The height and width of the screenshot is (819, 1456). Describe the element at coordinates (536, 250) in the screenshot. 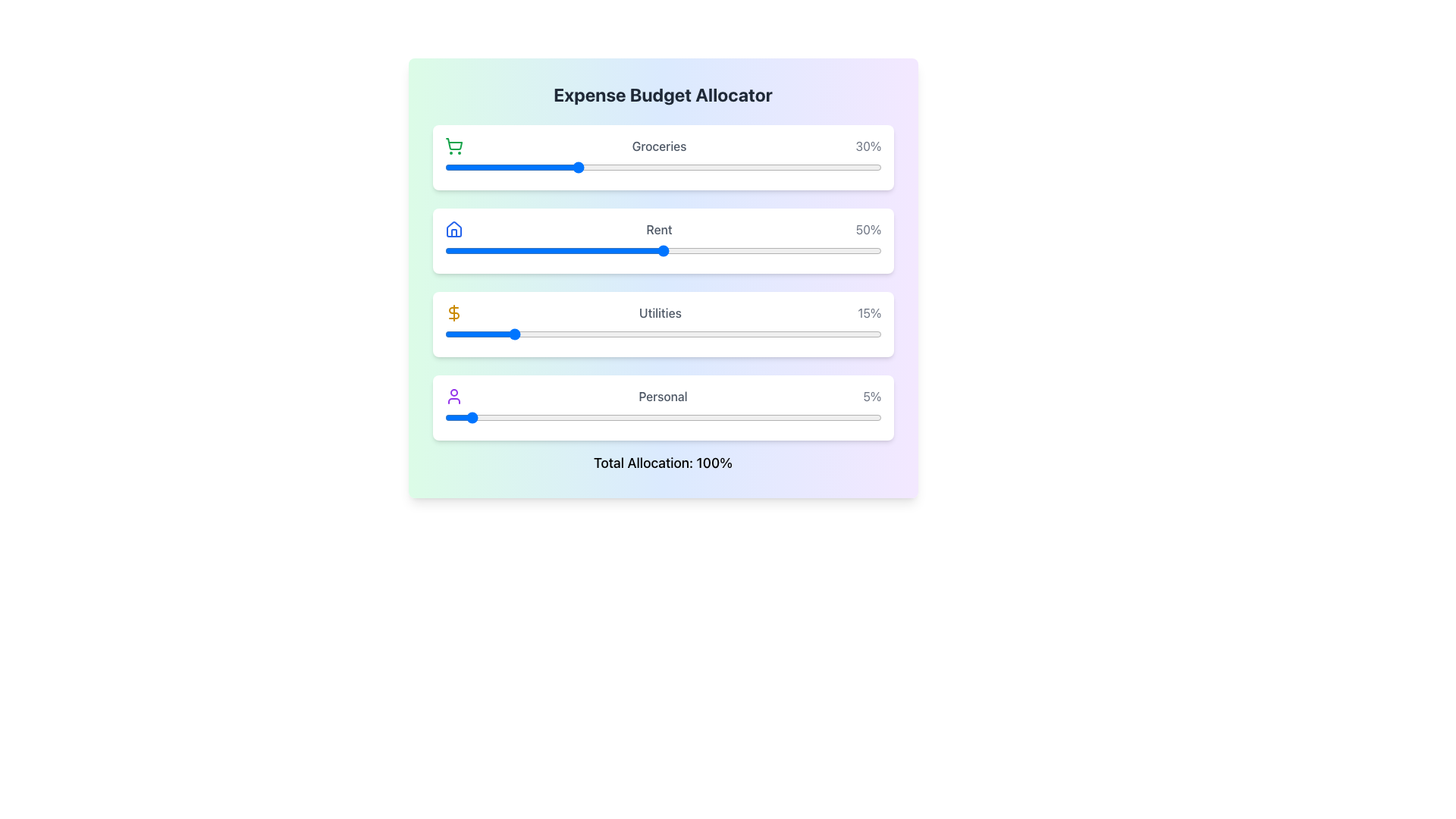

I see `the rent allocation` at that location.